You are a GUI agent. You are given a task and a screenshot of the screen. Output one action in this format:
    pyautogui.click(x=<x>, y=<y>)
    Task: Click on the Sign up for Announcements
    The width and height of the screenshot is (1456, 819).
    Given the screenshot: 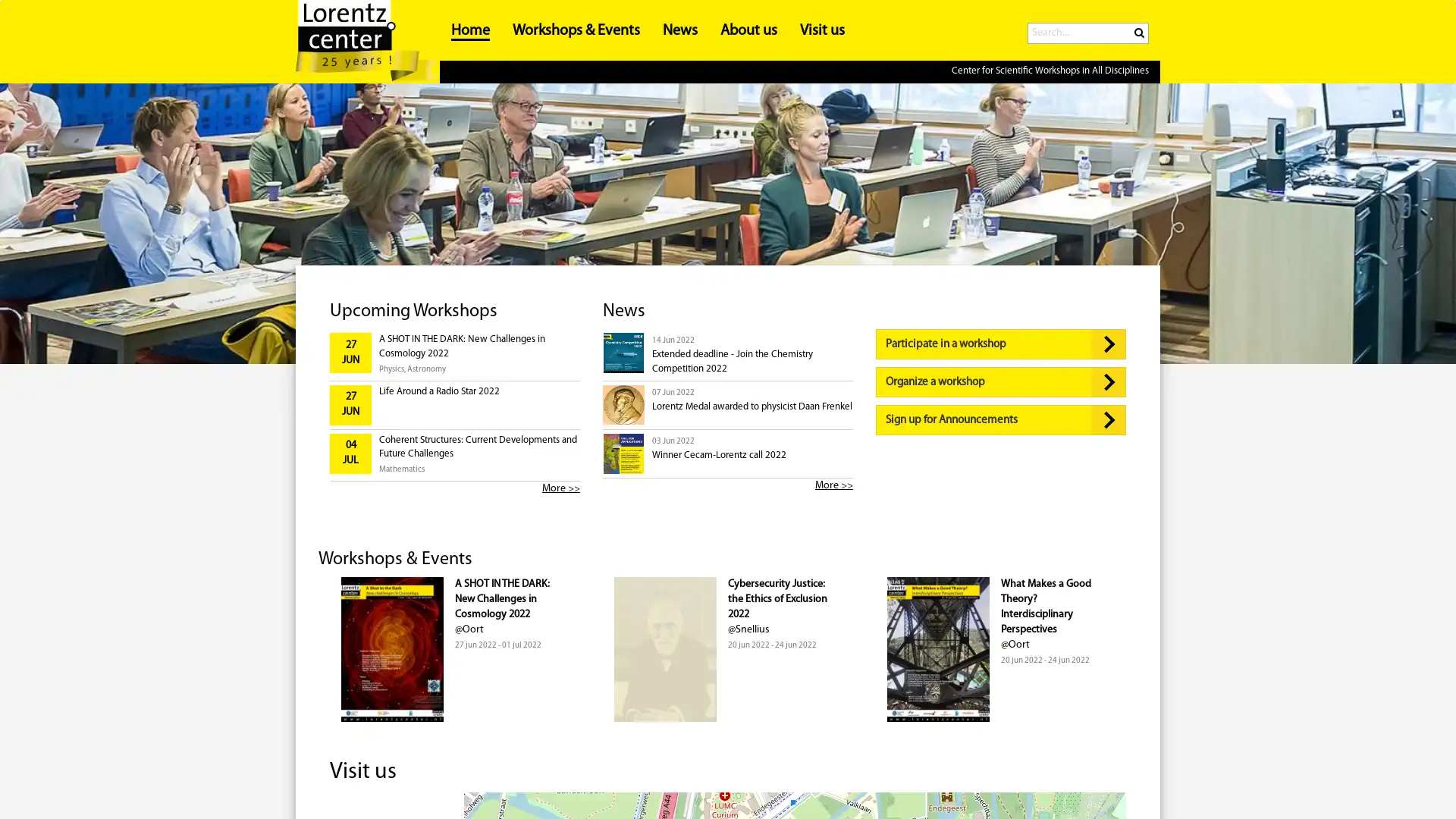 What is the action you would take?
    pyautogui.click(x=1001, y=420)
    